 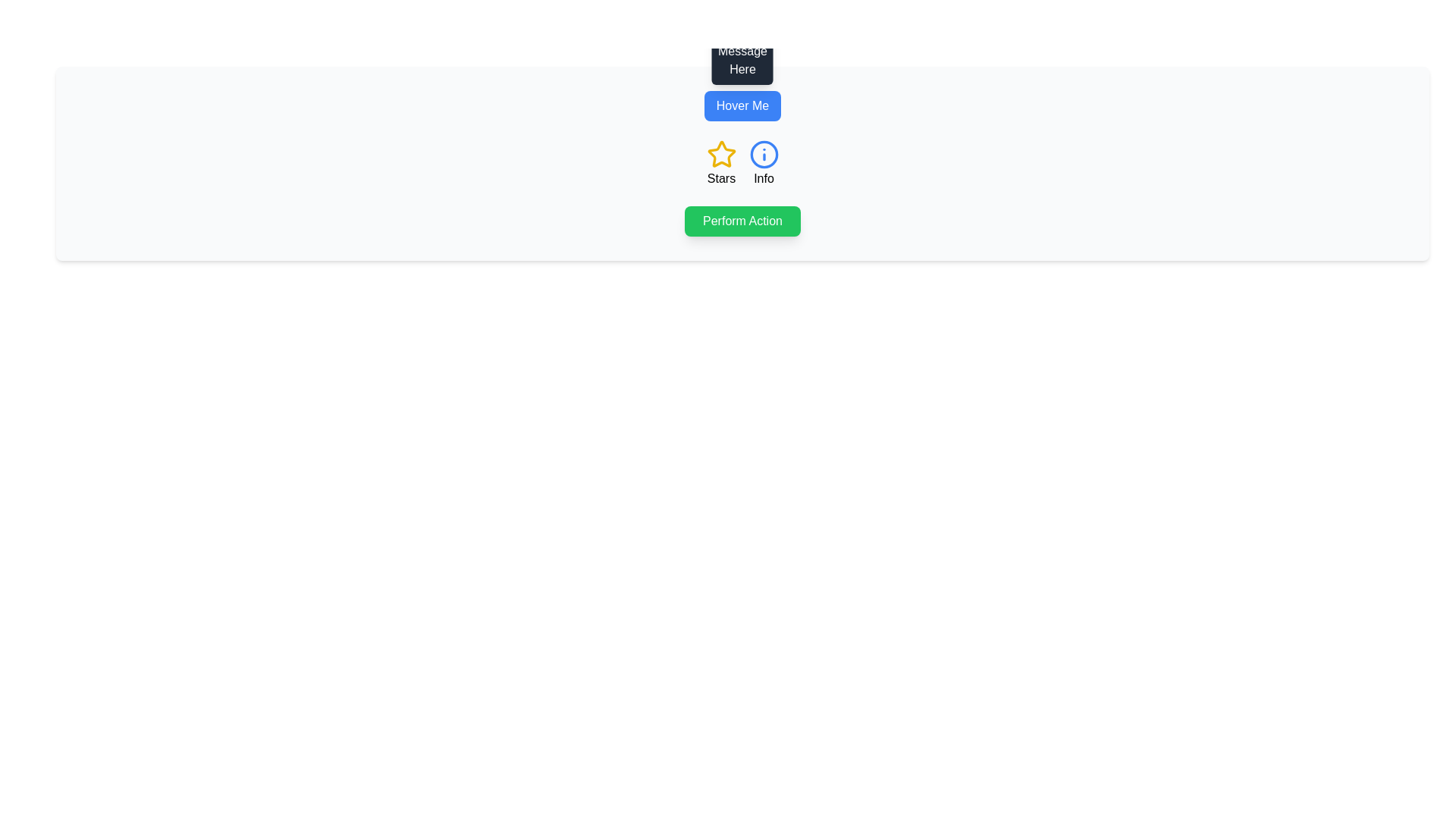 What do you see at coordinates (742, 51) in the screenshot?
I see `contents of the tooltip that displays contextual information when hovering over the 'Hover Me' button, positioned directly above it` at bounding box center [742, 51].